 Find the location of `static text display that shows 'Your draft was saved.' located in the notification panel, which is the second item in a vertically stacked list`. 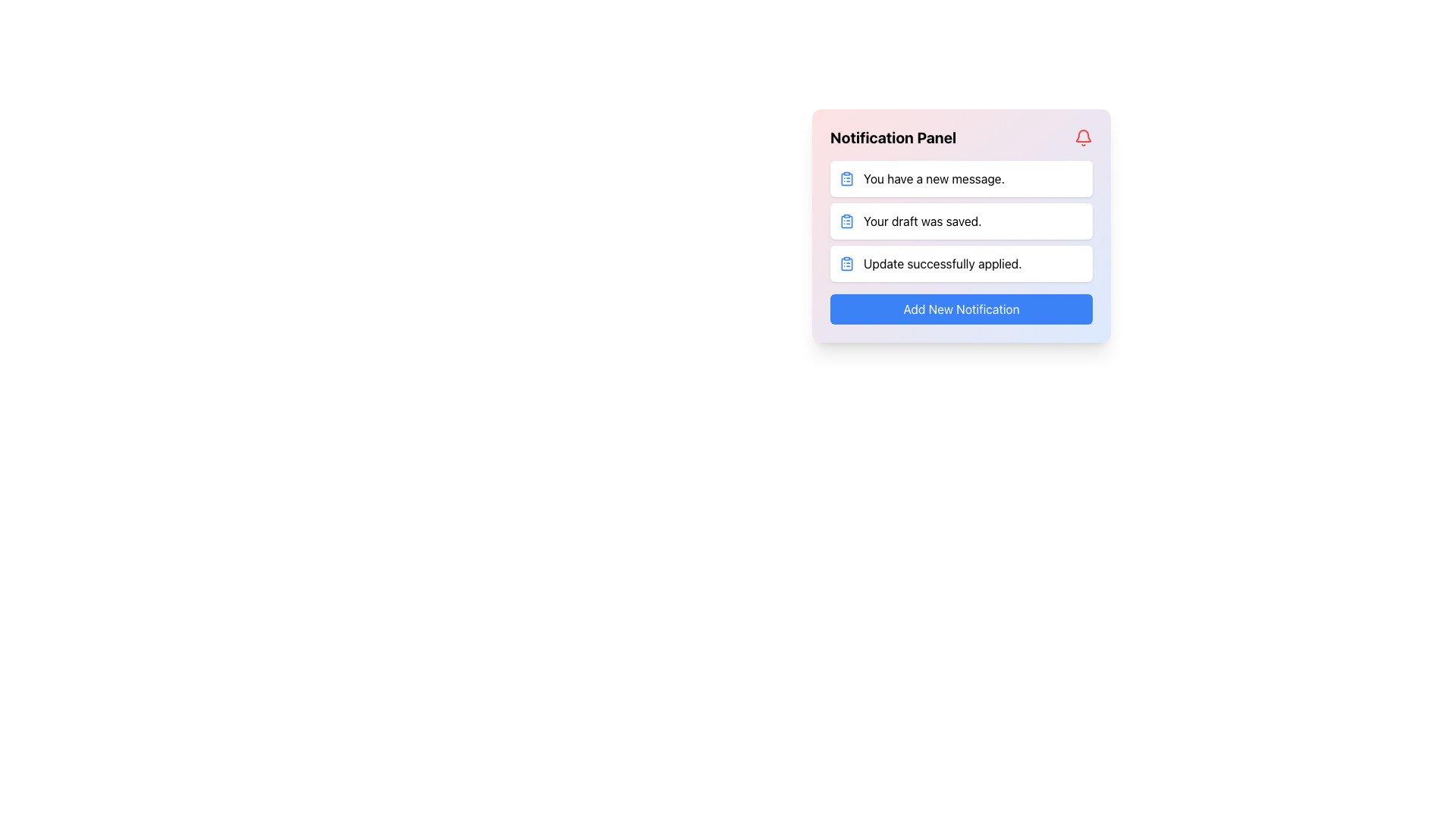

static text display that shows 'Your draft was saved.' located in the notification panel, which is the second item in a vertically stacked list is located at coordinates (921, 221).